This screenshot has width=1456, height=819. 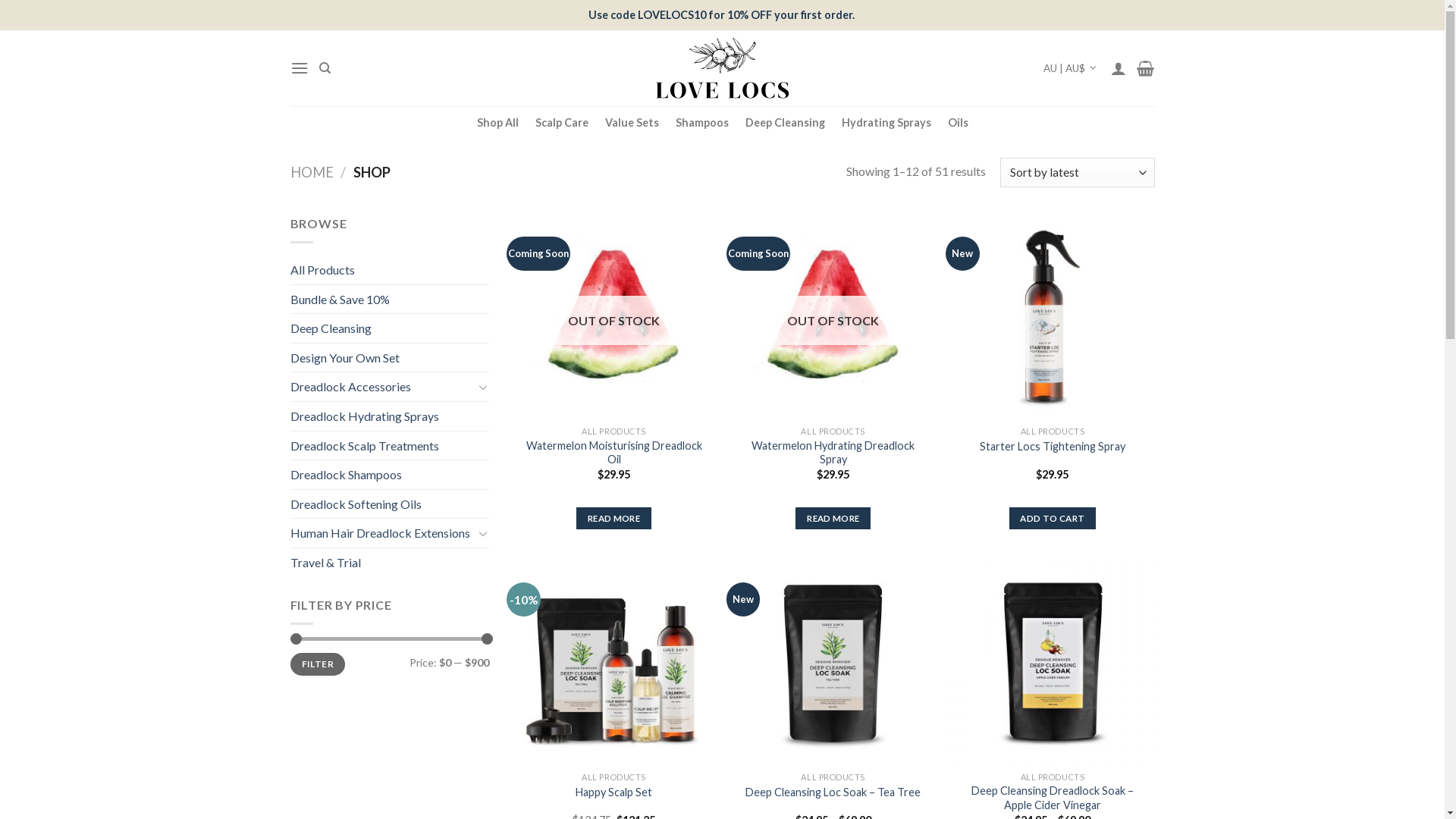 What do you see at coordinates (316, 664) in the screenshot?
I see `'FILTER'` at bounding box center [316, 664].